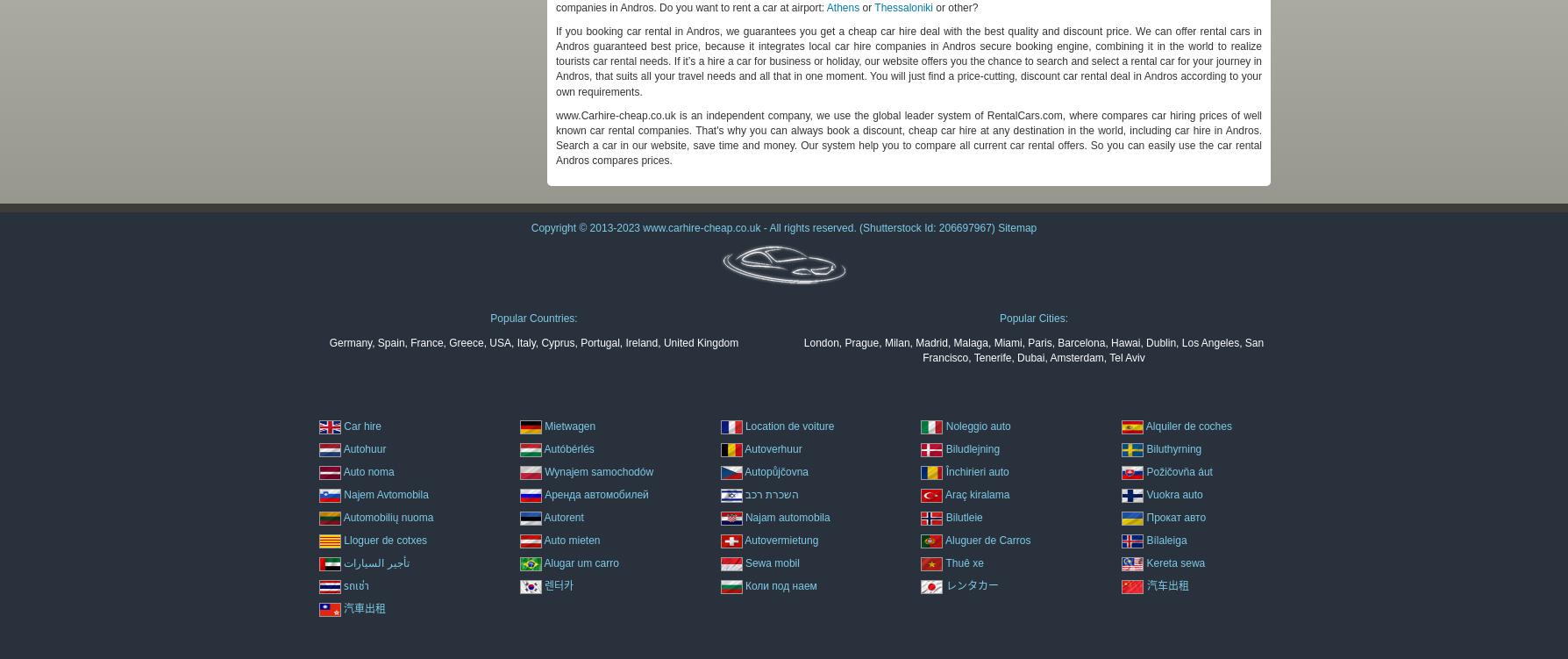 Image resolution: width=1568 pixels, height=659 pixels. Describe the element at coordinates (466, 340) in the screenshot. I see `'Greece'` at that location.